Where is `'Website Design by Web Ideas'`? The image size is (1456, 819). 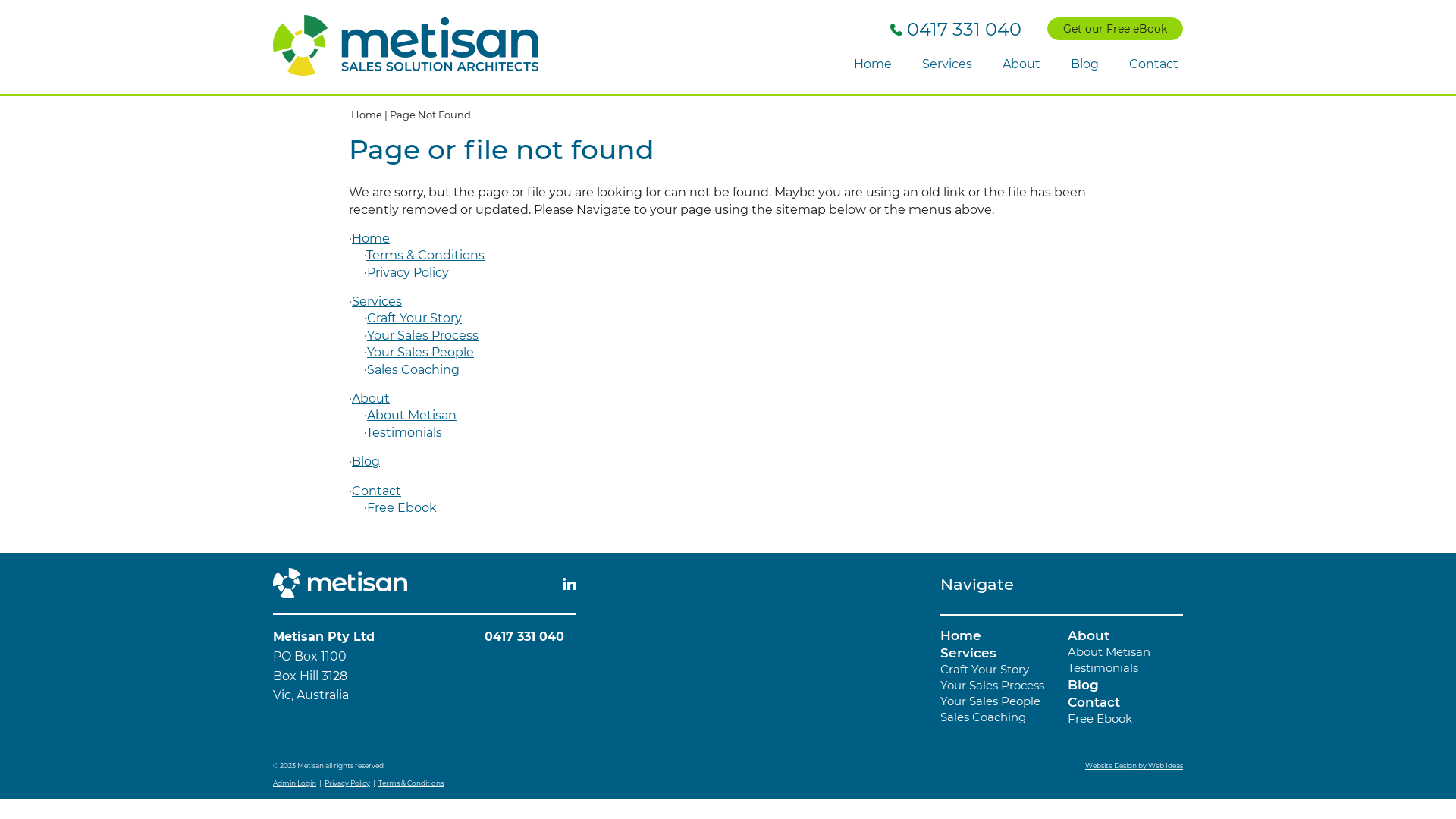 'Website Design by Web Ideas' is located at coordinates (1084, 765).